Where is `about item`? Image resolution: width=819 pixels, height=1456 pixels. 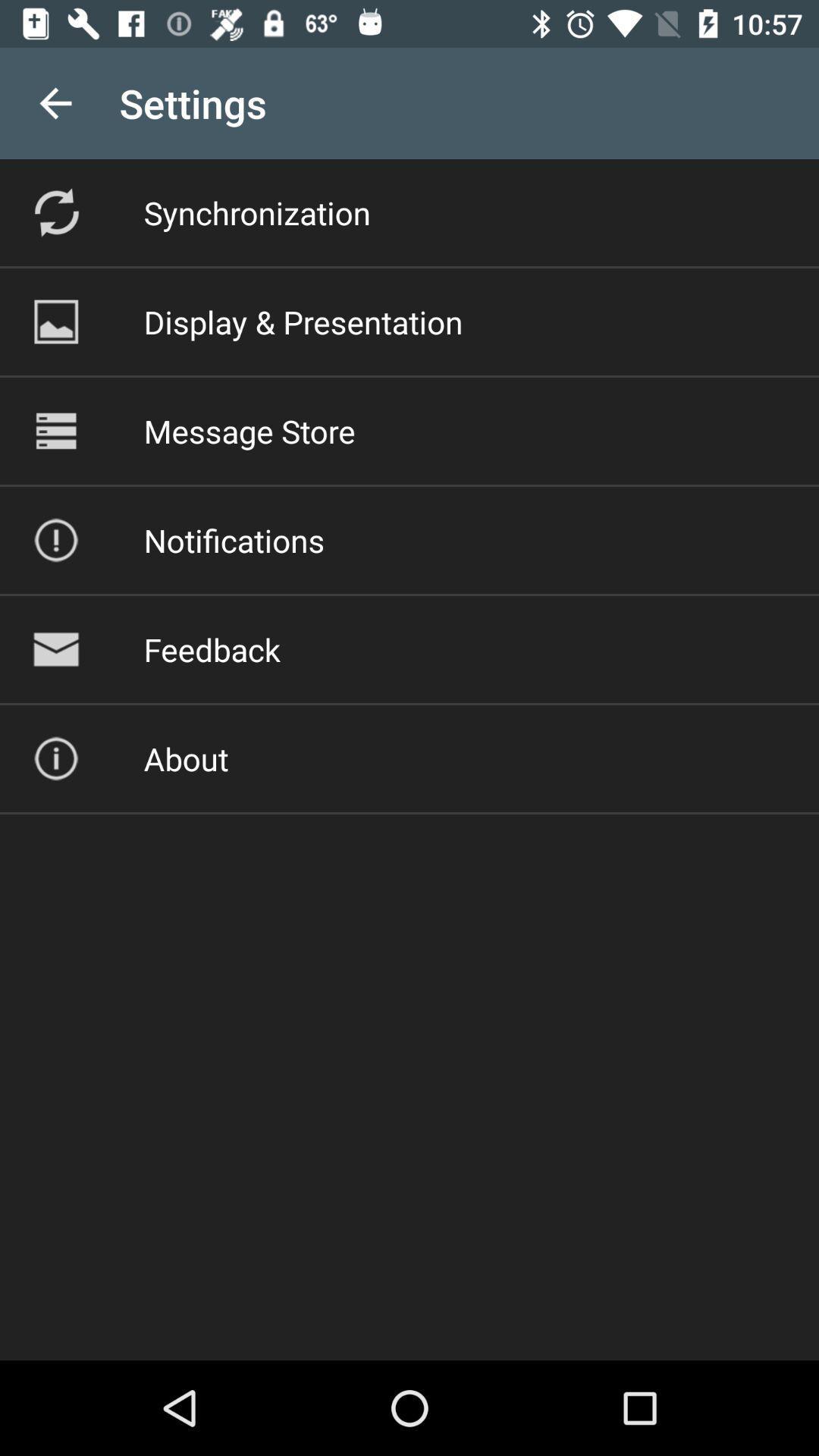 about item is located at coordinates (185, 758).